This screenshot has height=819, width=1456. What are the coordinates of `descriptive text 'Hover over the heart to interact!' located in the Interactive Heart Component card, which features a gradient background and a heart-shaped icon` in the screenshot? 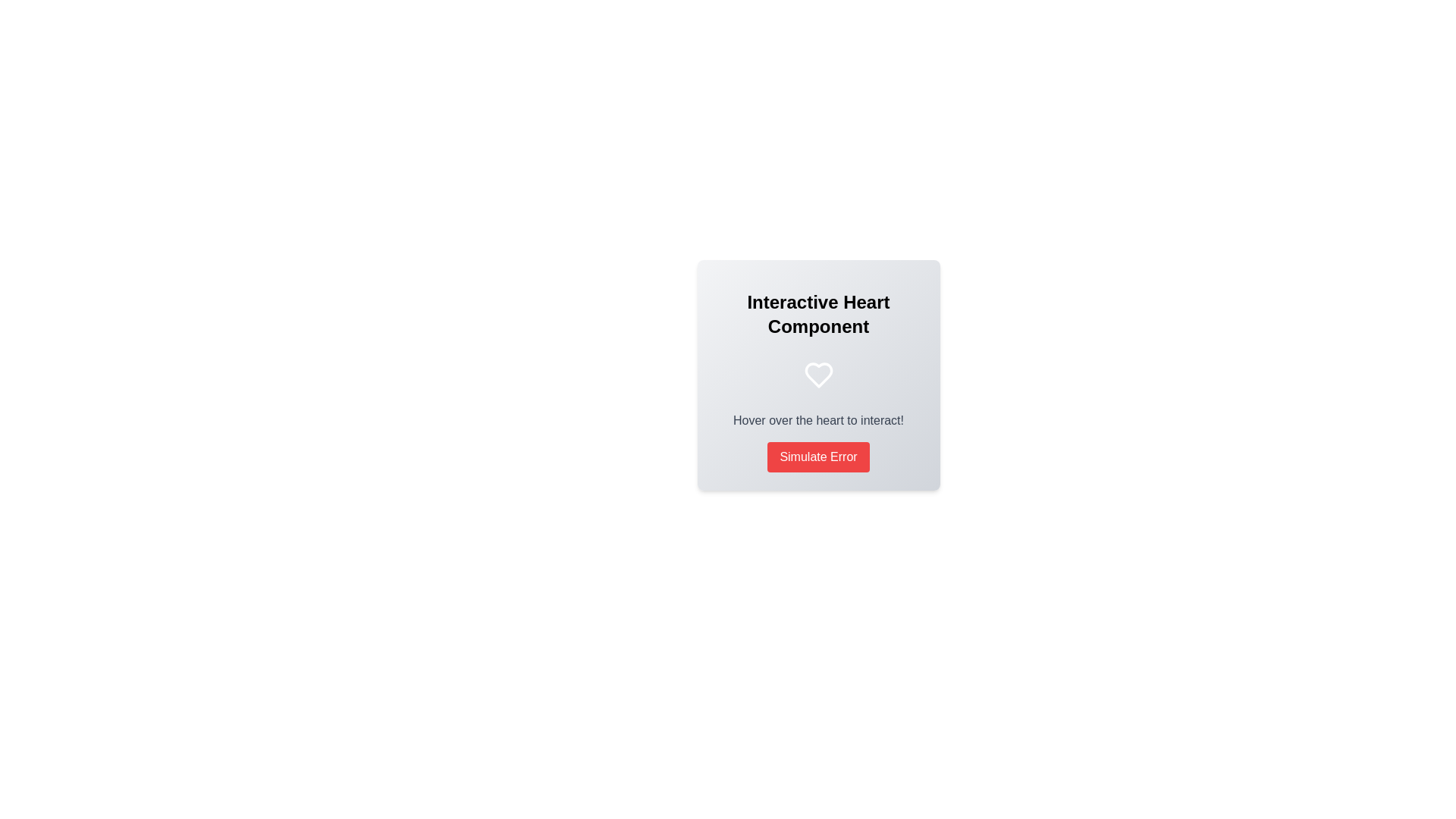 It's located at (817, 375).